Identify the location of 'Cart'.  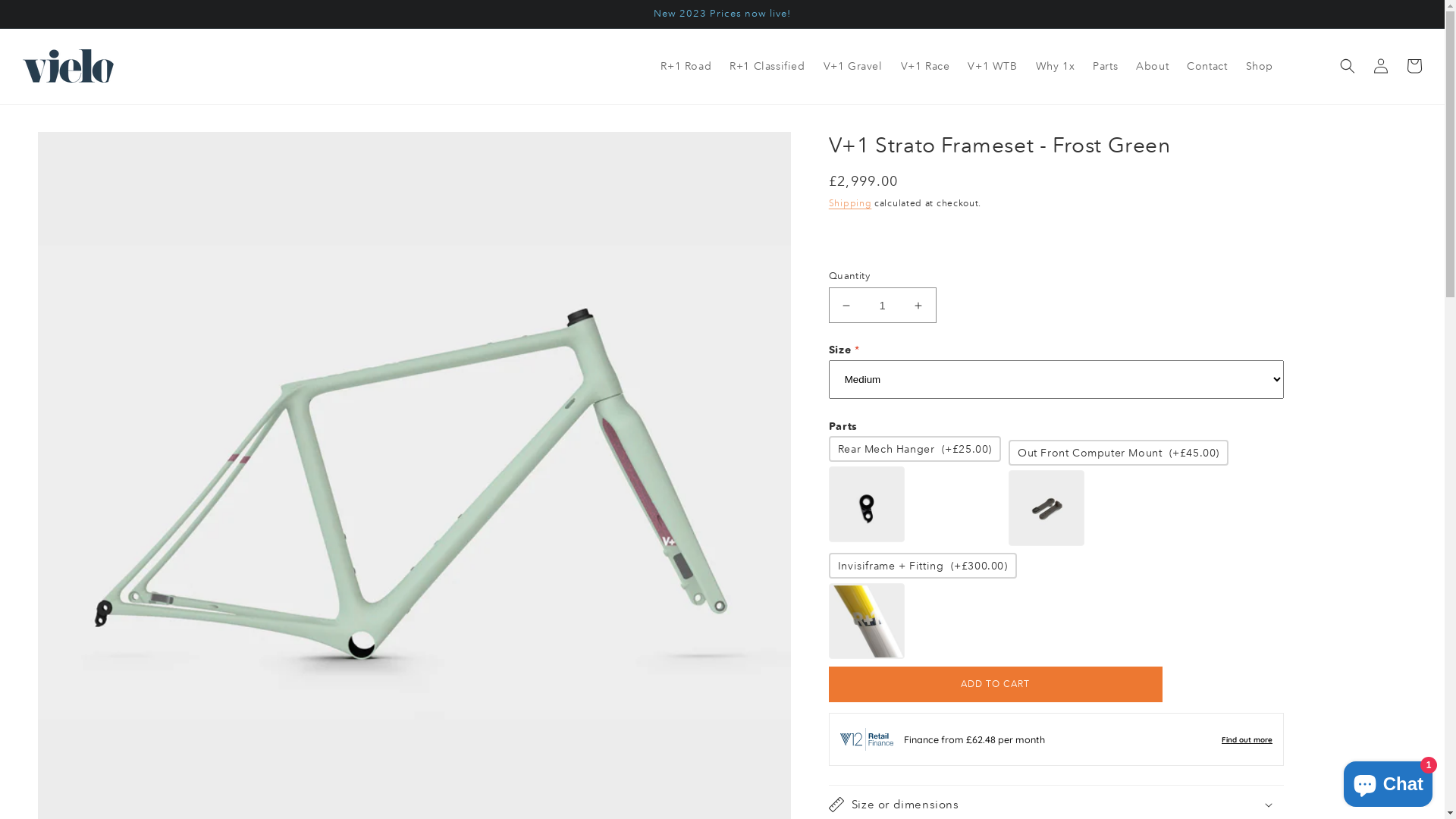
(1414, 65).